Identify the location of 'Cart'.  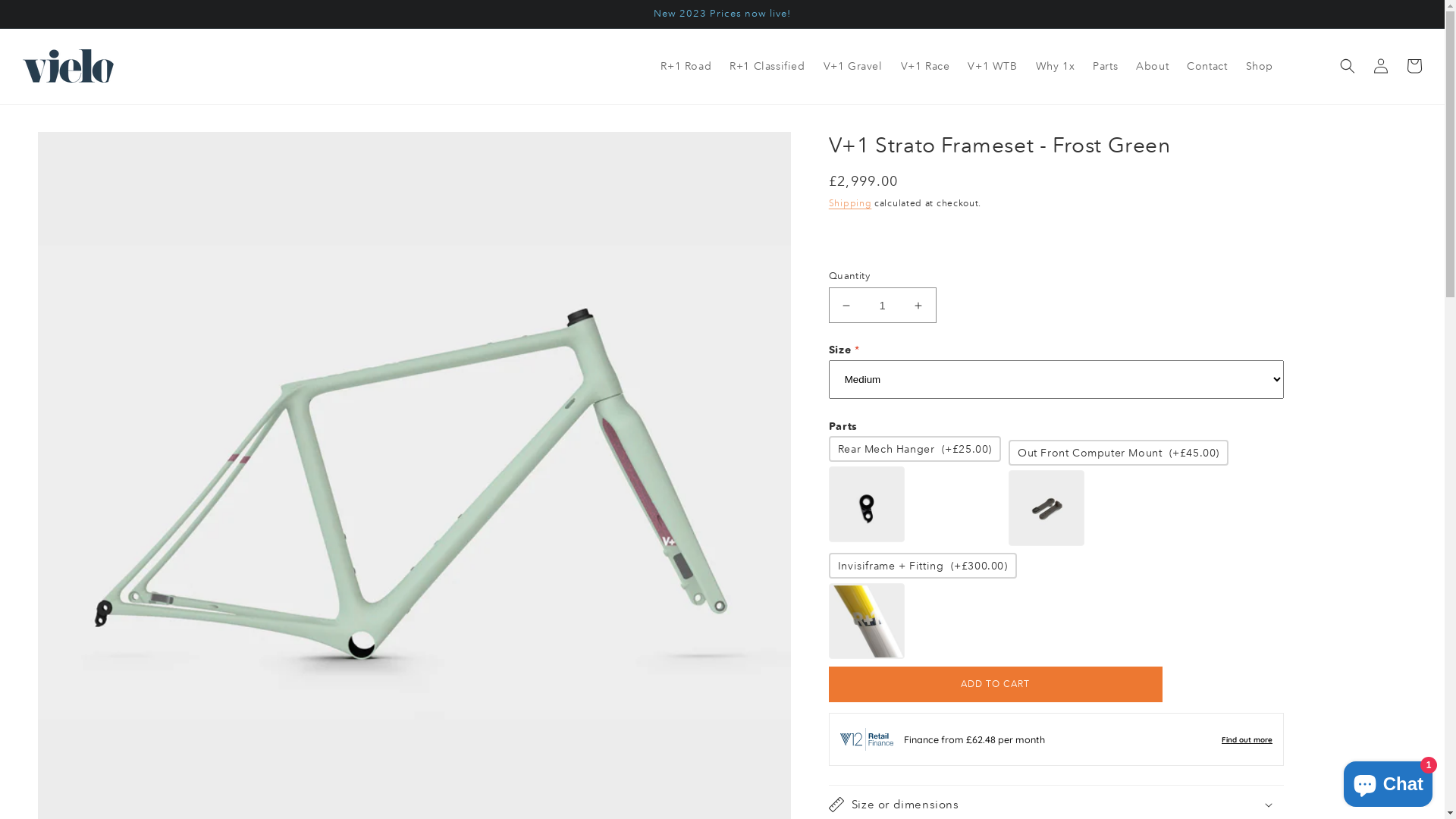
(1414, 65).